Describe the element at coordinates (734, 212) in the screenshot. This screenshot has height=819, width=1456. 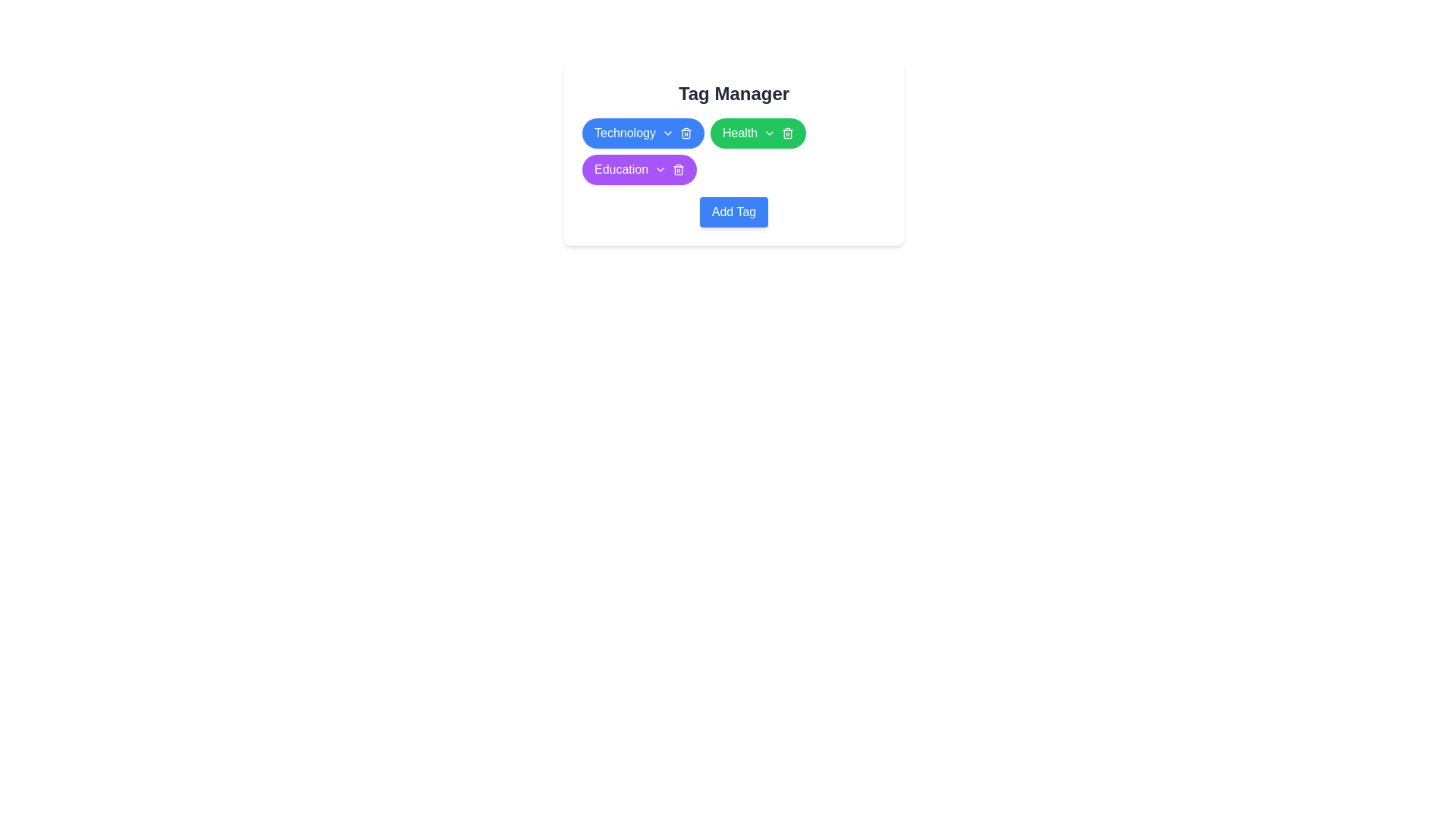
I see `the 'Add Tag' button to add a new tag` at that location.